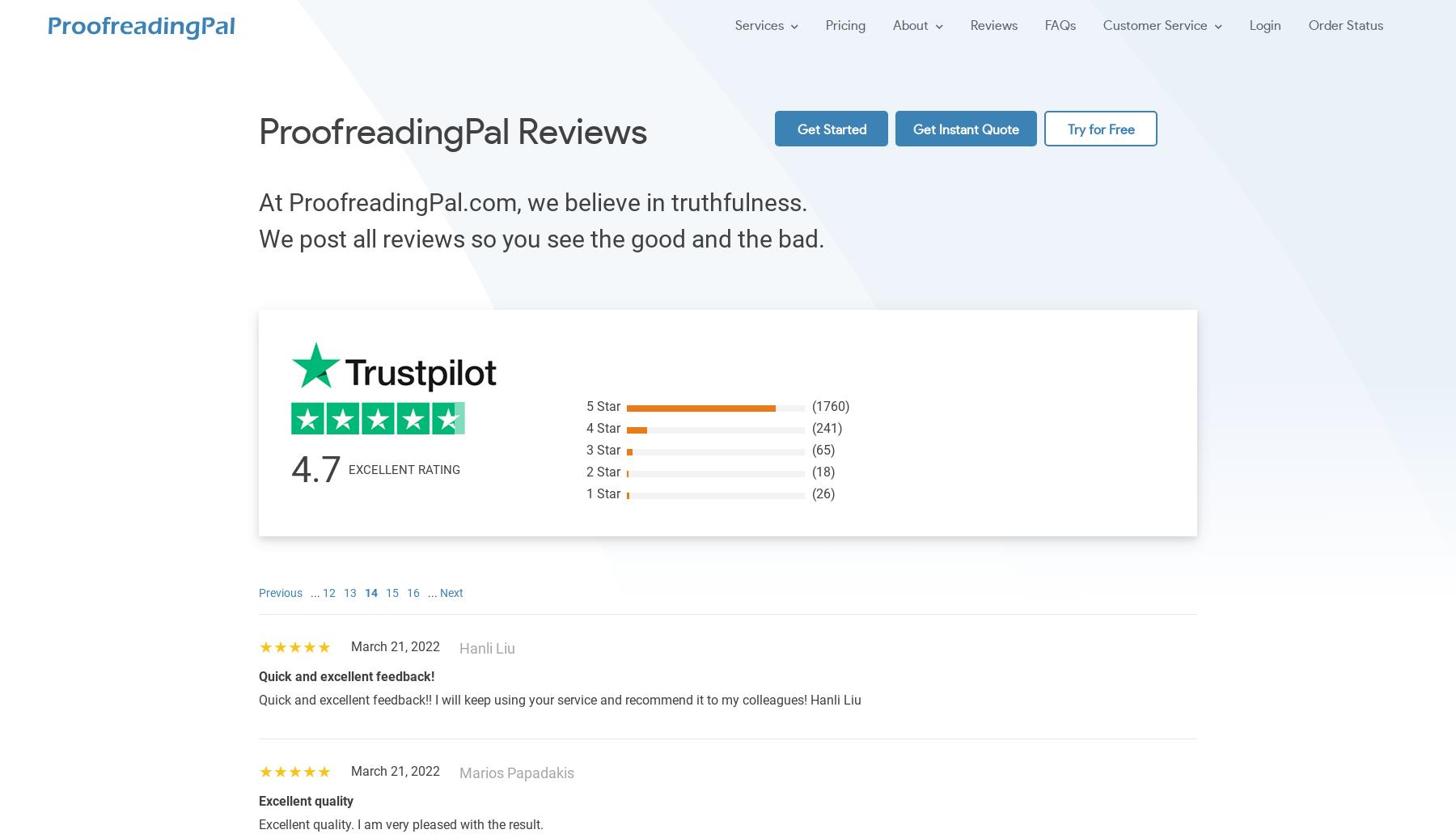 This screenshot has width=1456, height=834. What do you see at coordinates (823, 449) in the screenshot?
I see `'(65)'` at bounding box center [823, 449].